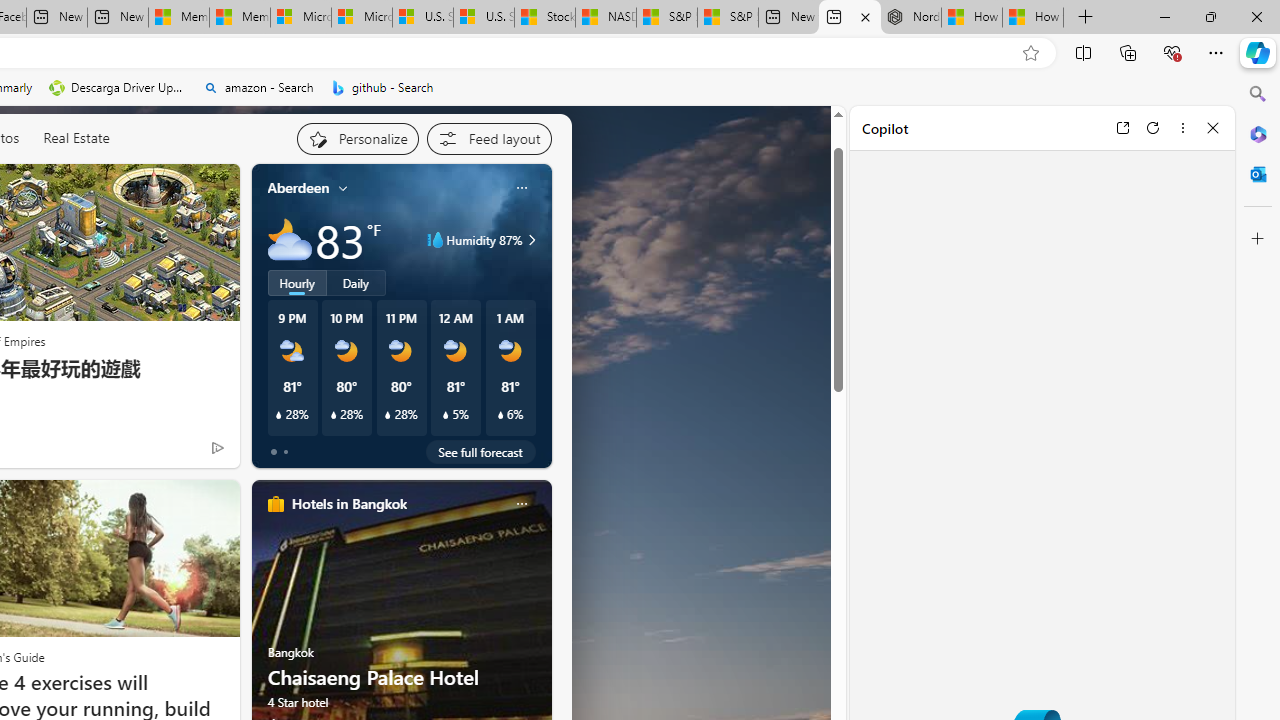 This screenshot has width=1280, height=720. Describe the element at coordinates (1033, 17) in the screenshot. I see `'How to Use a Monitor With Your Closed Laptop'` at that location.